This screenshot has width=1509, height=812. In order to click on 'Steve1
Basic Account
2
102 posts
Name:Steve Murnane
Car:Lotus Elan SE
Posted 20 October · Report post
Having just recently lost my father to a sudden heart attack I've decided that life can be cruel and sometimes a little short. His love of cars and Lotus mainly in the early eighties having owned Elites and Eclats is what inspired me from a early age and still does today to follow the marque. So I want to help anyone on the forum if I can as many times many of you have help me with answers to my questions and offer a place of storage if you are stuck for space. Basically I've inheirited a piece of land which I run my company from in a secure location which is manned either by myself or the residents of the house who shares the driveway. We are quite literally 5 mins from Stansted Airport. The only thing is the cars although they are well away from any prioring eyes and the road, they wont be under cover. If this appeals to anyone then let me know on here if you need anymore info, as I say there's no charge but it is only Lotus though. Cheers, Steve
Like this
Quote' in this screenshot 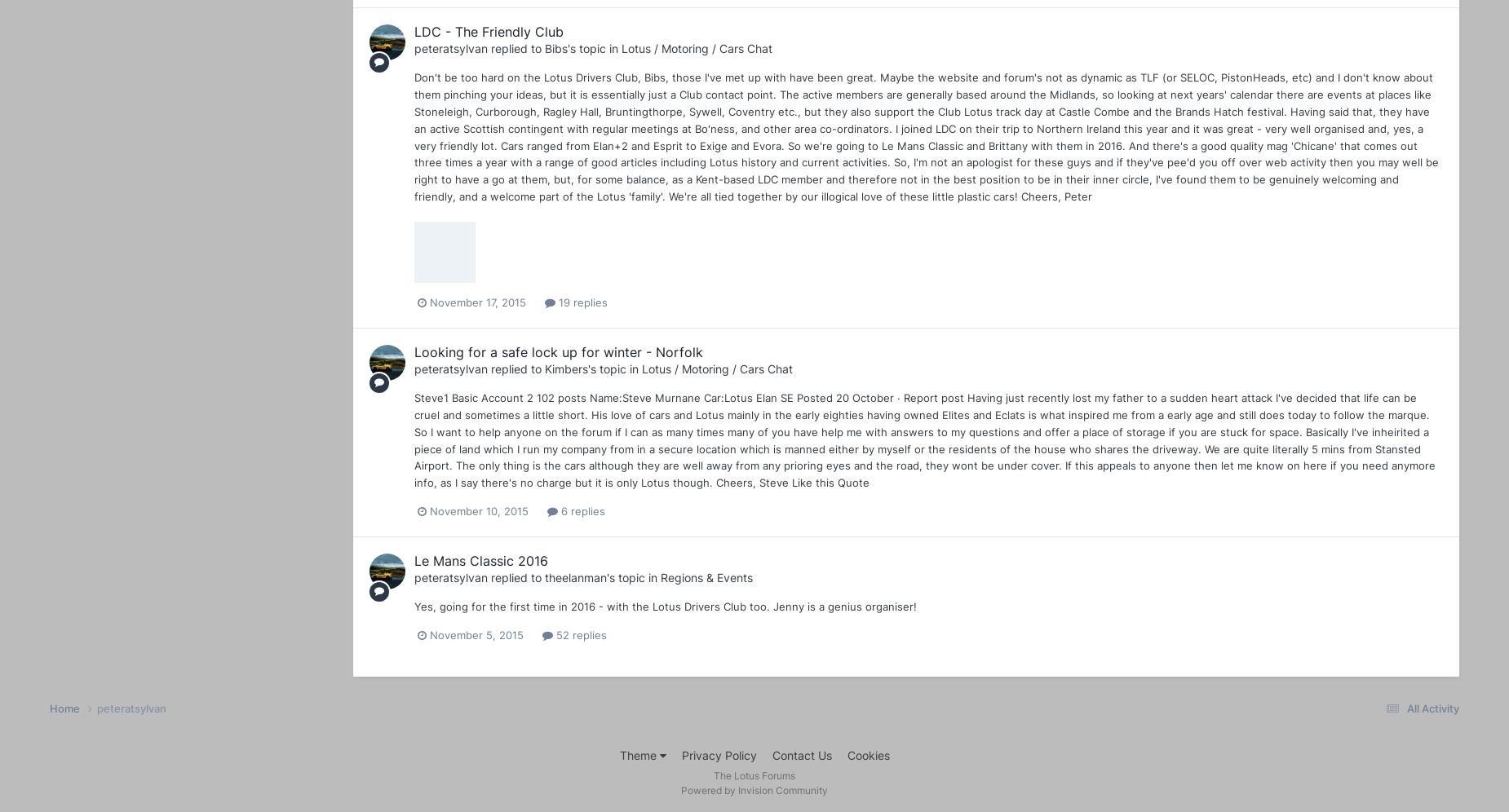, I will do `click(414, 440)`.